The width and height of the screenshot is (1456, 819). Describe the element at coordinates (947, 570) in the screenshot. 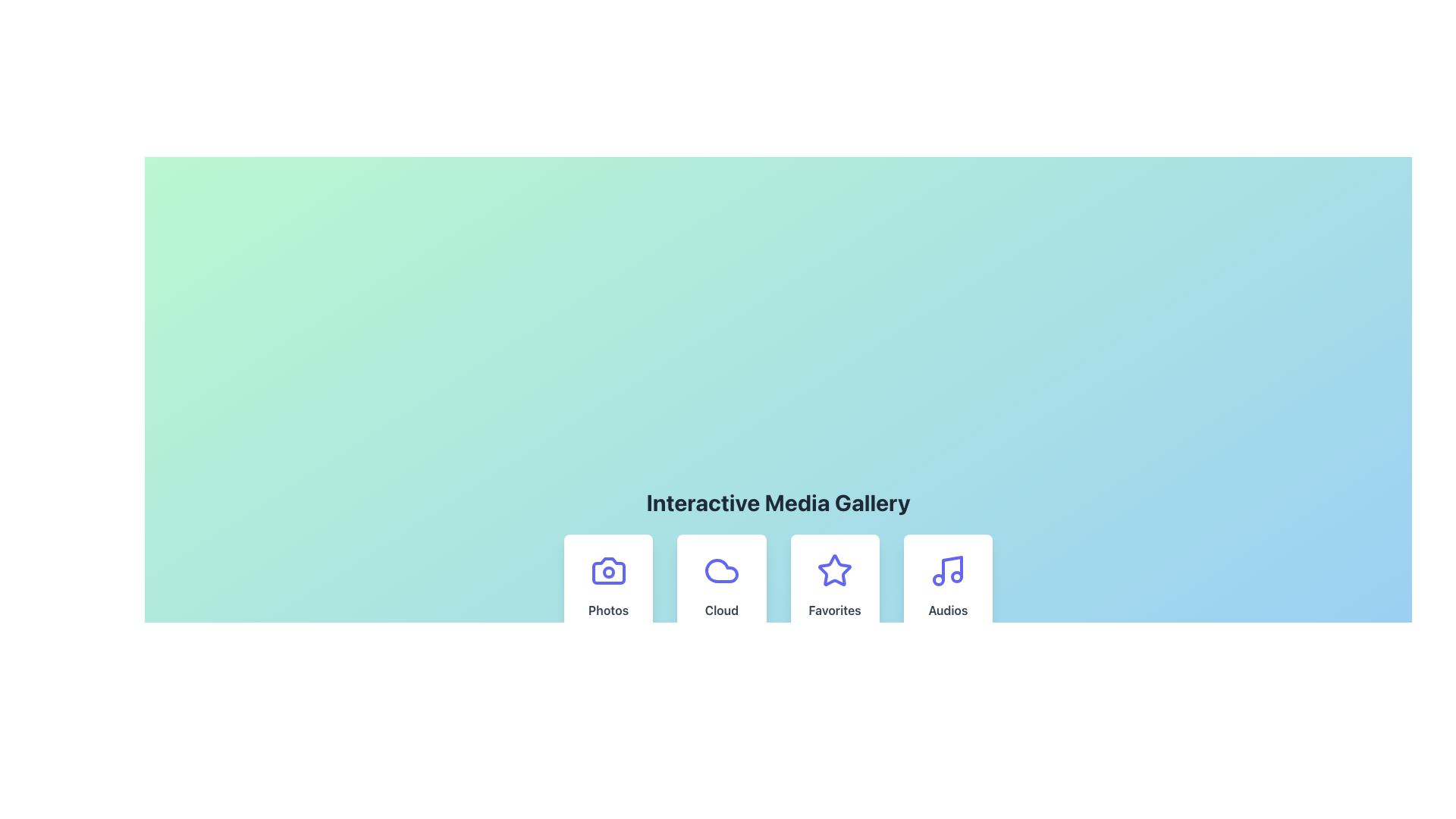

I see `the music note icon located at the top center of the Audios card, which is the fourth card in the row of interactive options in the Interactive Media Gallery` at that location.